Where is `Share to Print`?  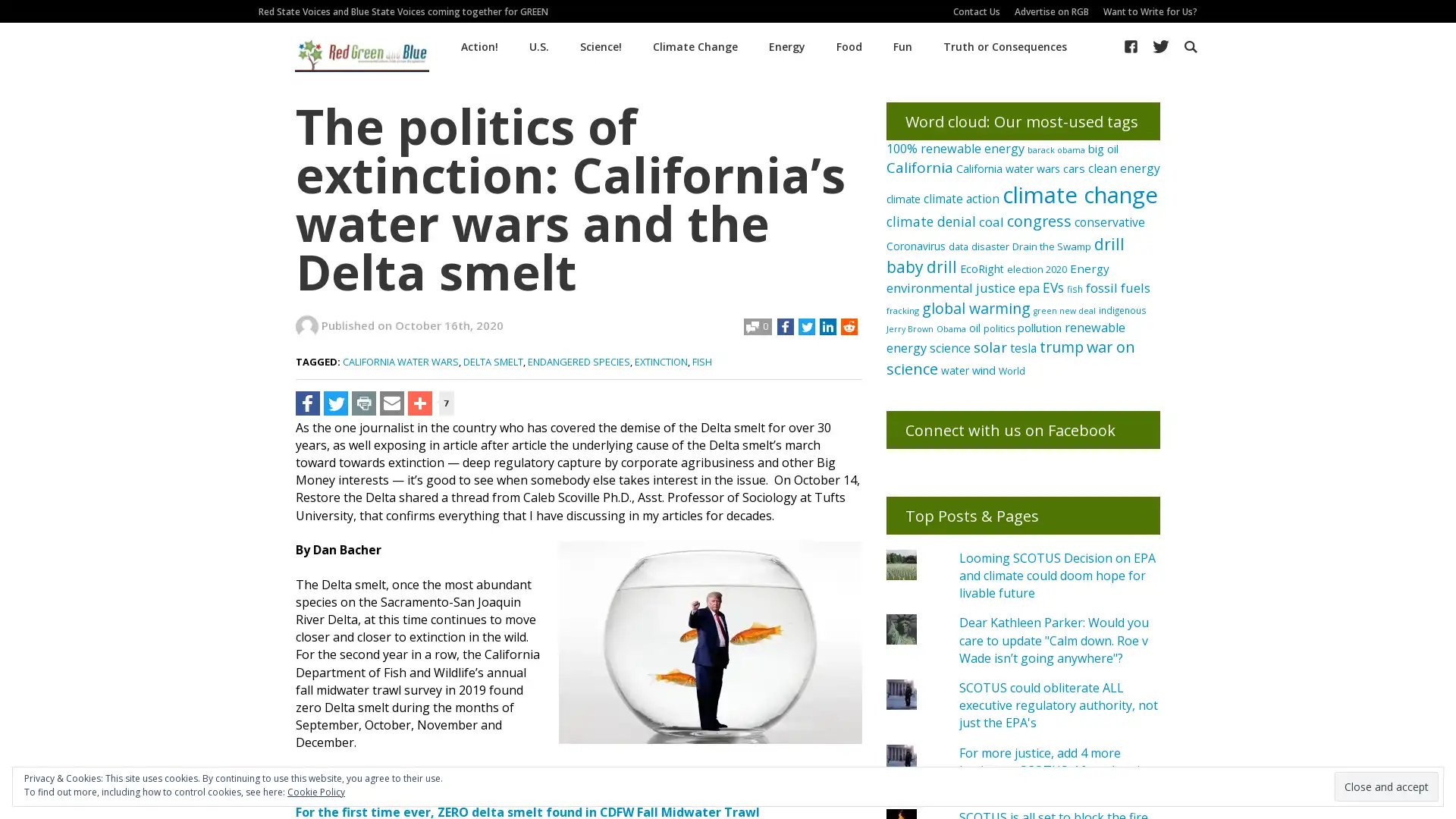
Share to Print is located at coordinates (364, 402).